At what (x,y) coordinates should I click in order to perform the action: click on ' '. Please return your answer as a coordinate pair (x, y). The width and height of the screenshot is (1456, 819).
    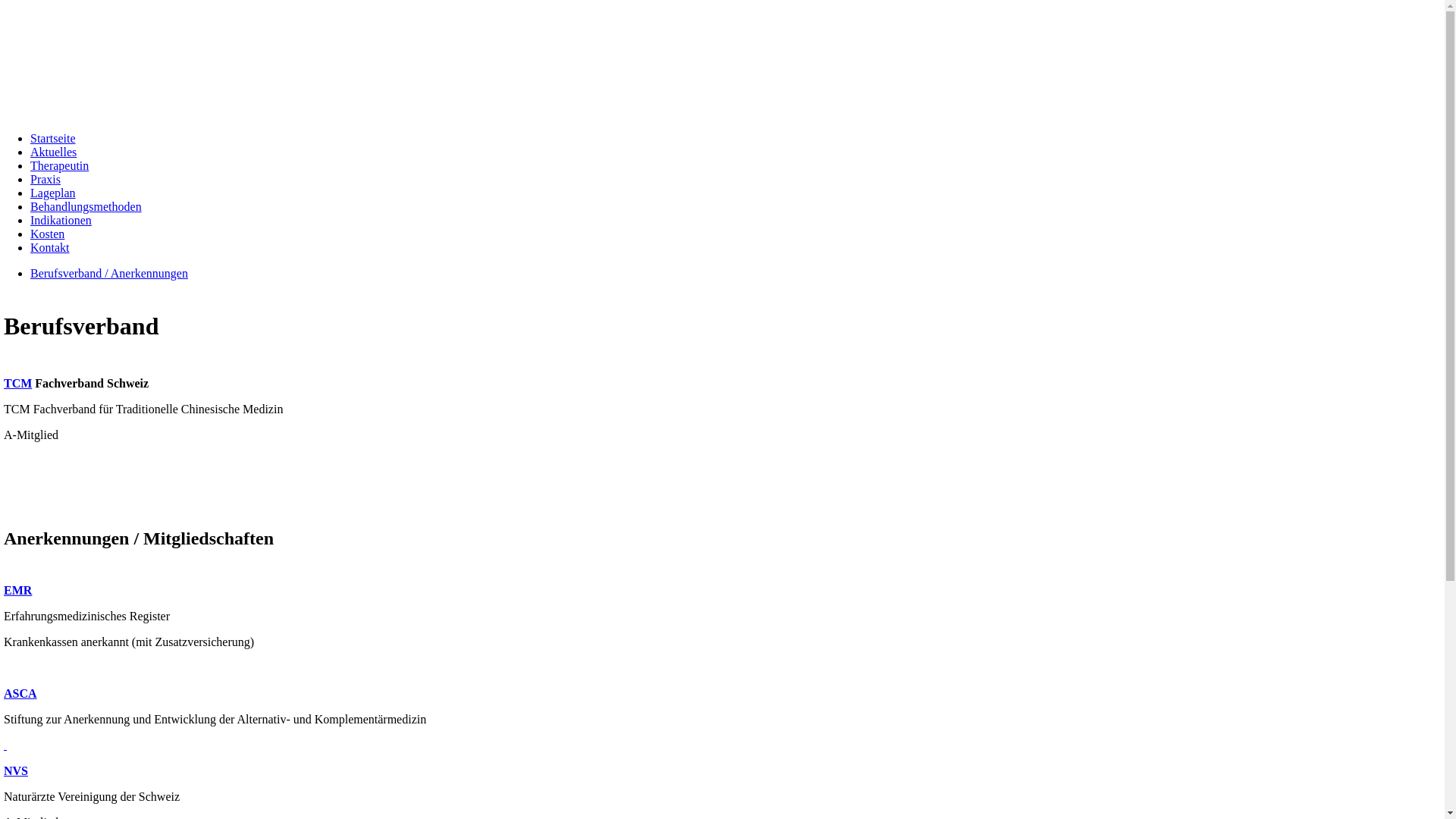
    Looking at the image, I should click on (5, 744).